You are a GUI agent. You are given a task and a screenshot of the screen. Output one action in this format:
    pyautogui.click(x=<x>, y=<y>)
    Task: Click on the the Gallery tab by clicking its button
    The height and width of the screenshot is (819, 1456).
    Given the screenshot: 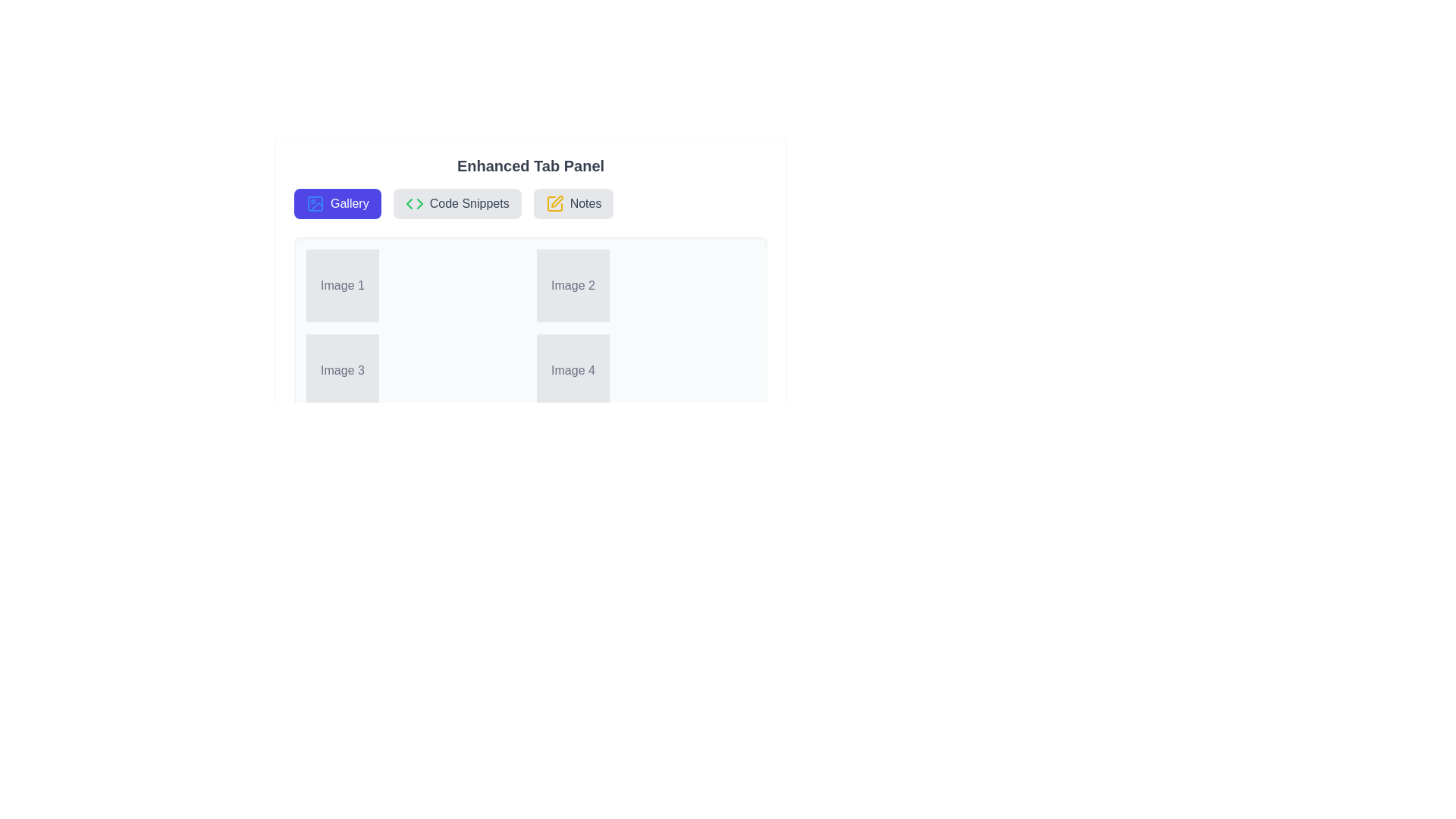 What is the action you would take?
    pyautogui.click(x=337, y=203)
    